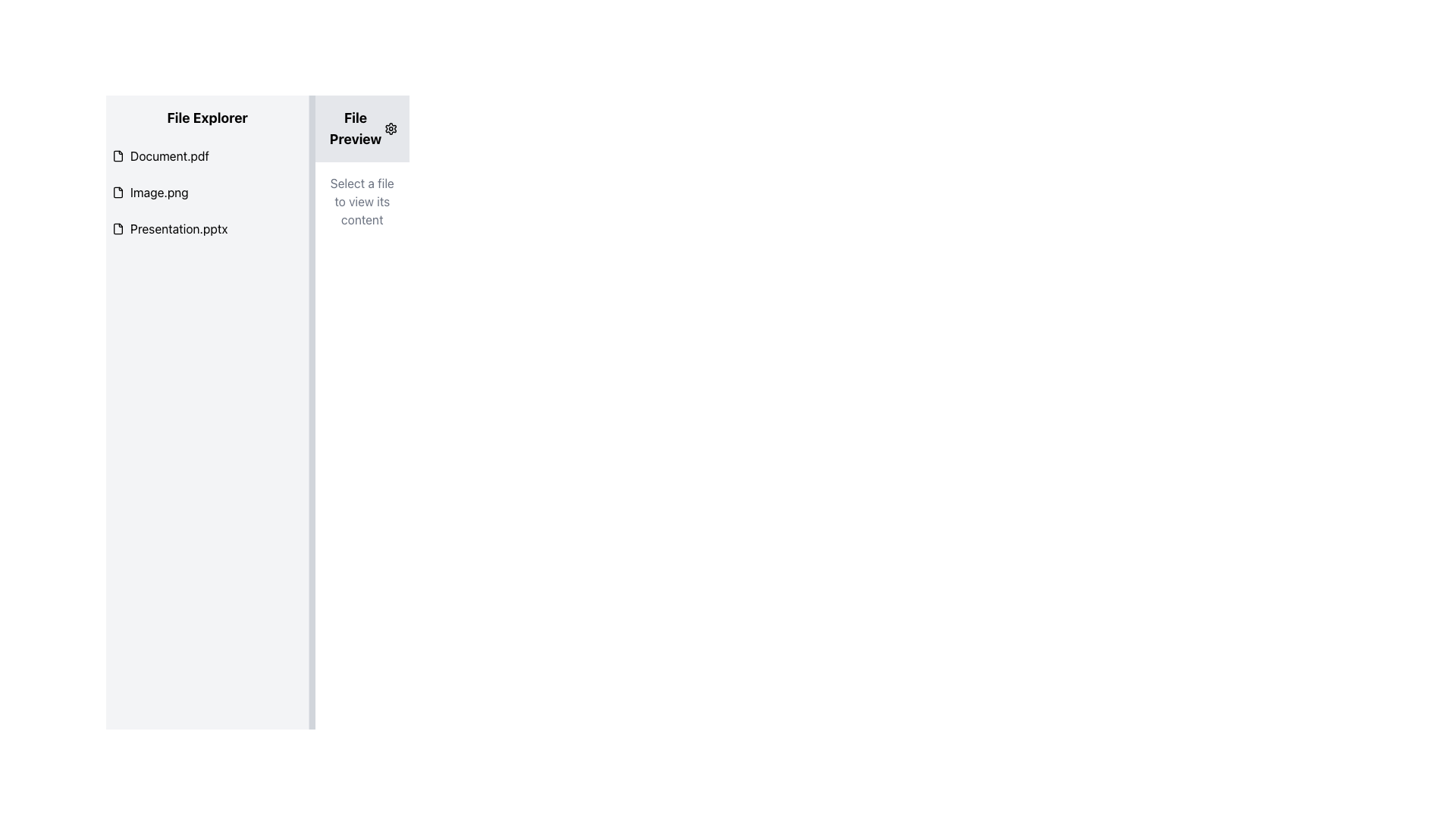 The width and height of the screenshot is (1456, 819). What do you see at coordinates (206, 155) in the screenshot?
I see `on the first list item in the 'File Explorer' panel labeled 'Document.pdf'` at bounding box center [206, 155].